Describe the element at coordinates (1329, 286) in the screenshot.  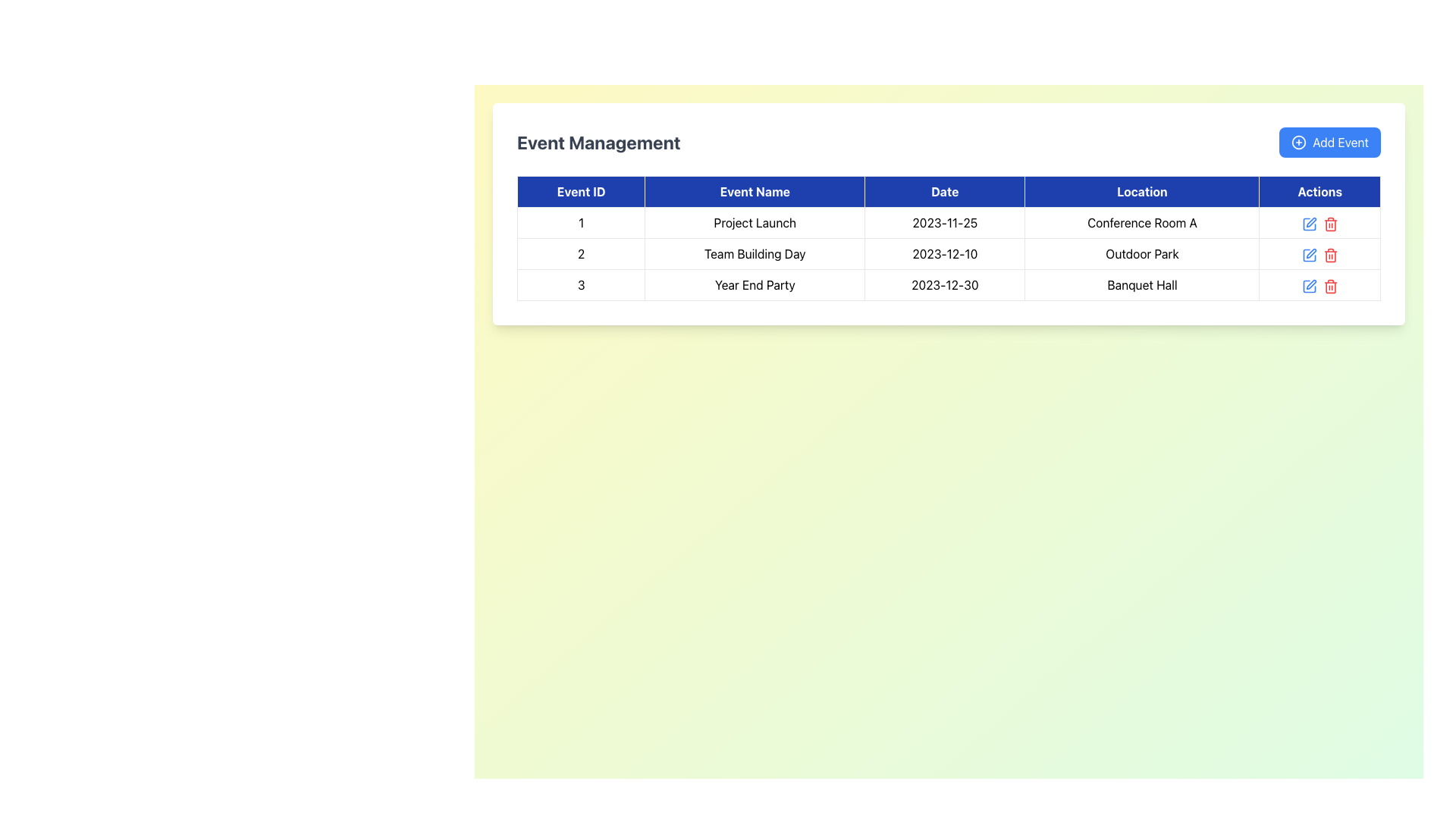
I see `the delete button located in the Actions column of the third row in the table` at that location.